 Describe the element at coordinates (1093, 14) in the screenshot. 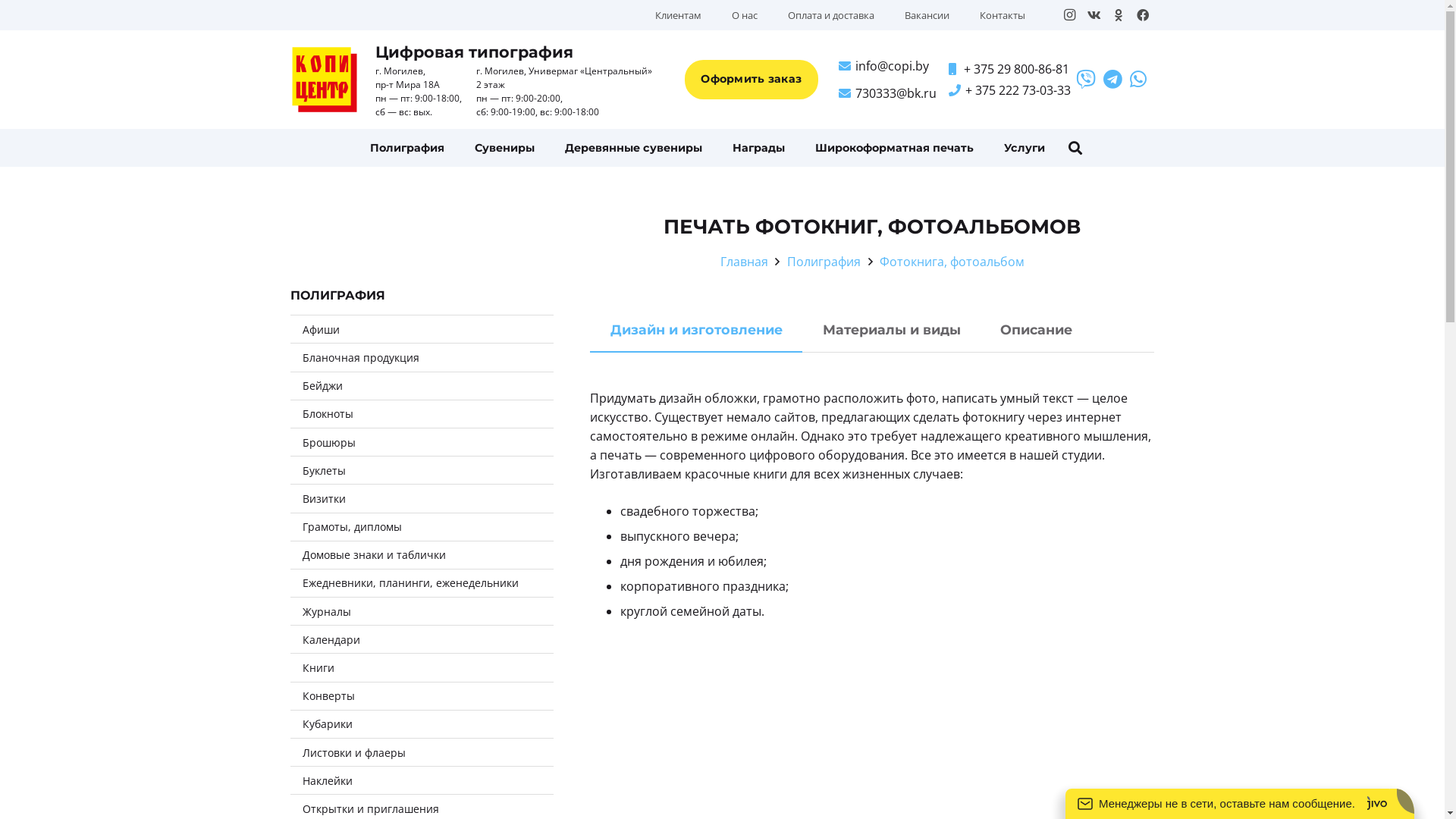

I see `'Vkontakte'` at that location.